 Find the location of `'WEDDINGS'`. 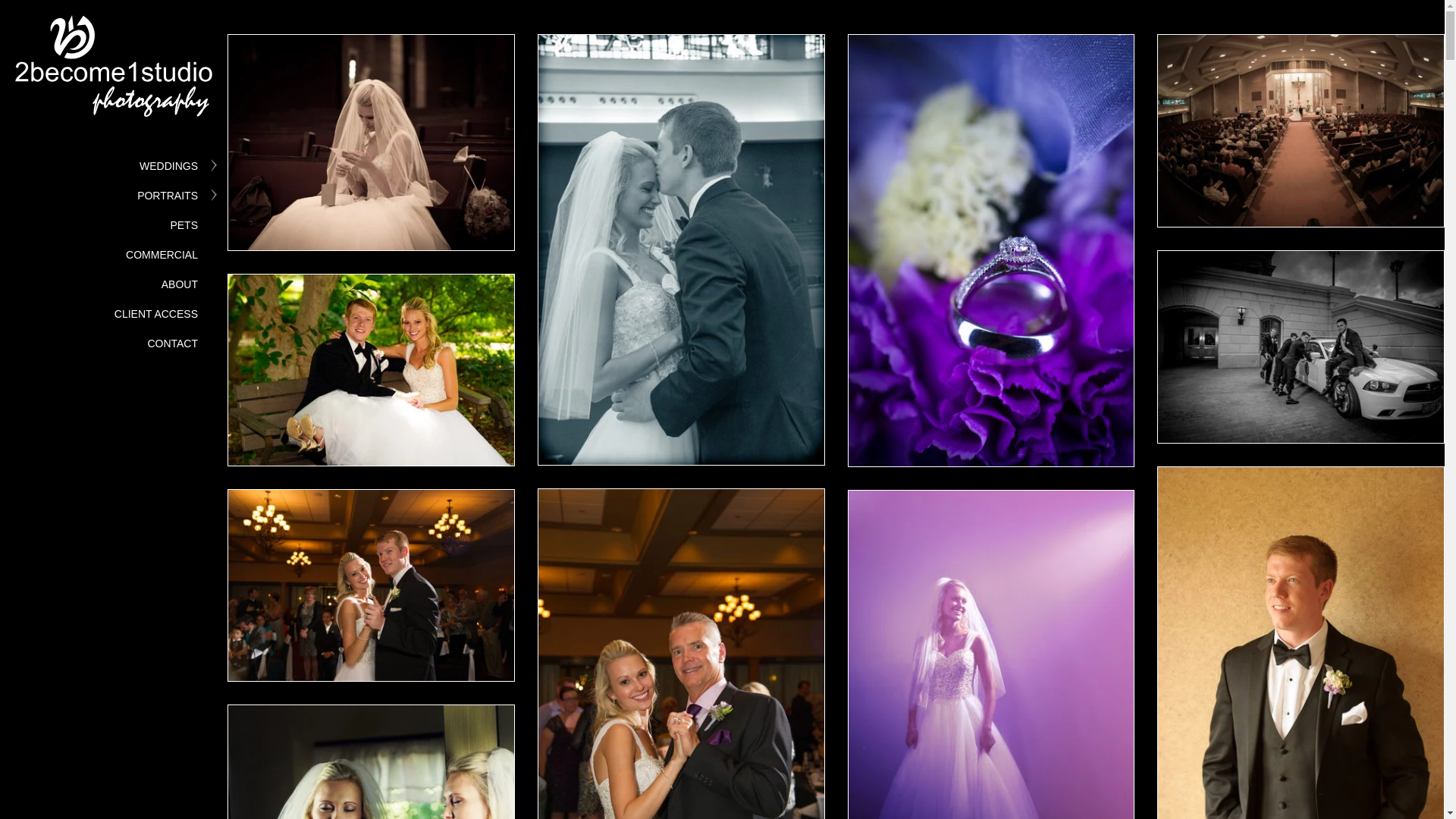

'WEDDINGS' is located at coordinates (168, 166).